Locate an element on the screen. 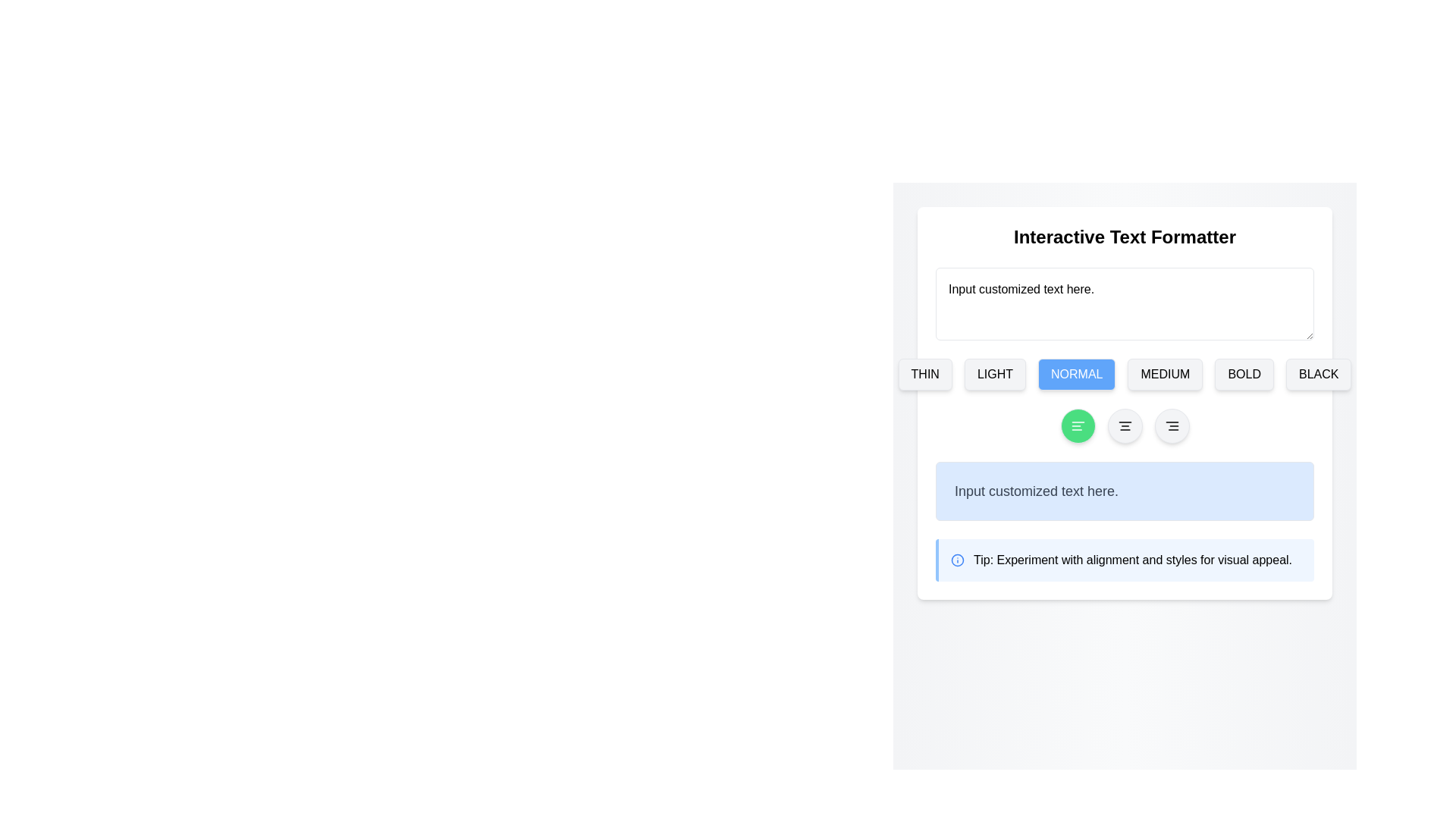  the circular button with a light gray background and dark icon resembling three horizontal lines for keyboard navigation is located at coordinates (1171, 426).